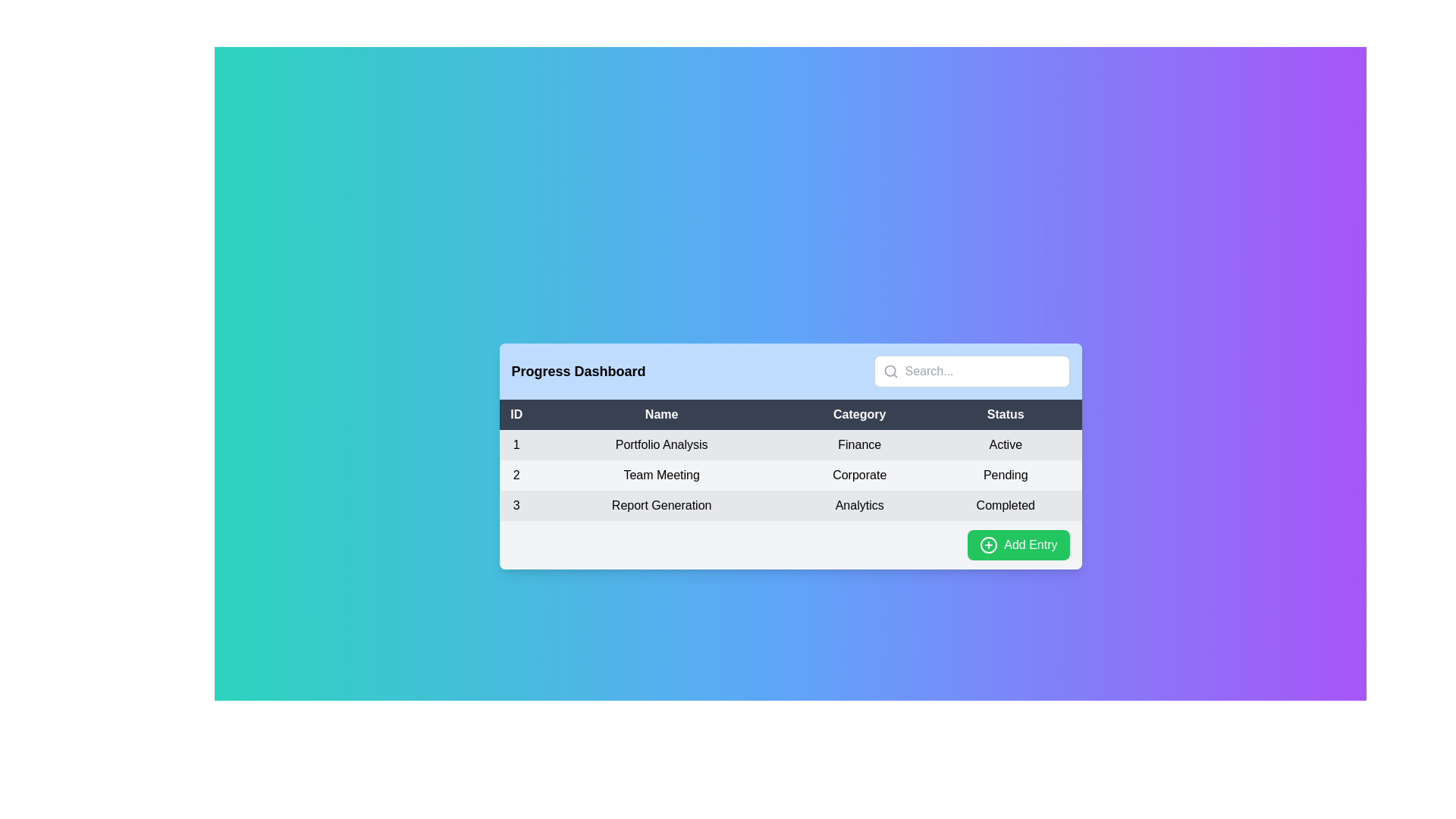 The width and height of the screenshot is (1456, 819). I want to click on the text label displaying 'Corporate' in black, located in the second row of the table under the 'Category' column, so click(859, 475).